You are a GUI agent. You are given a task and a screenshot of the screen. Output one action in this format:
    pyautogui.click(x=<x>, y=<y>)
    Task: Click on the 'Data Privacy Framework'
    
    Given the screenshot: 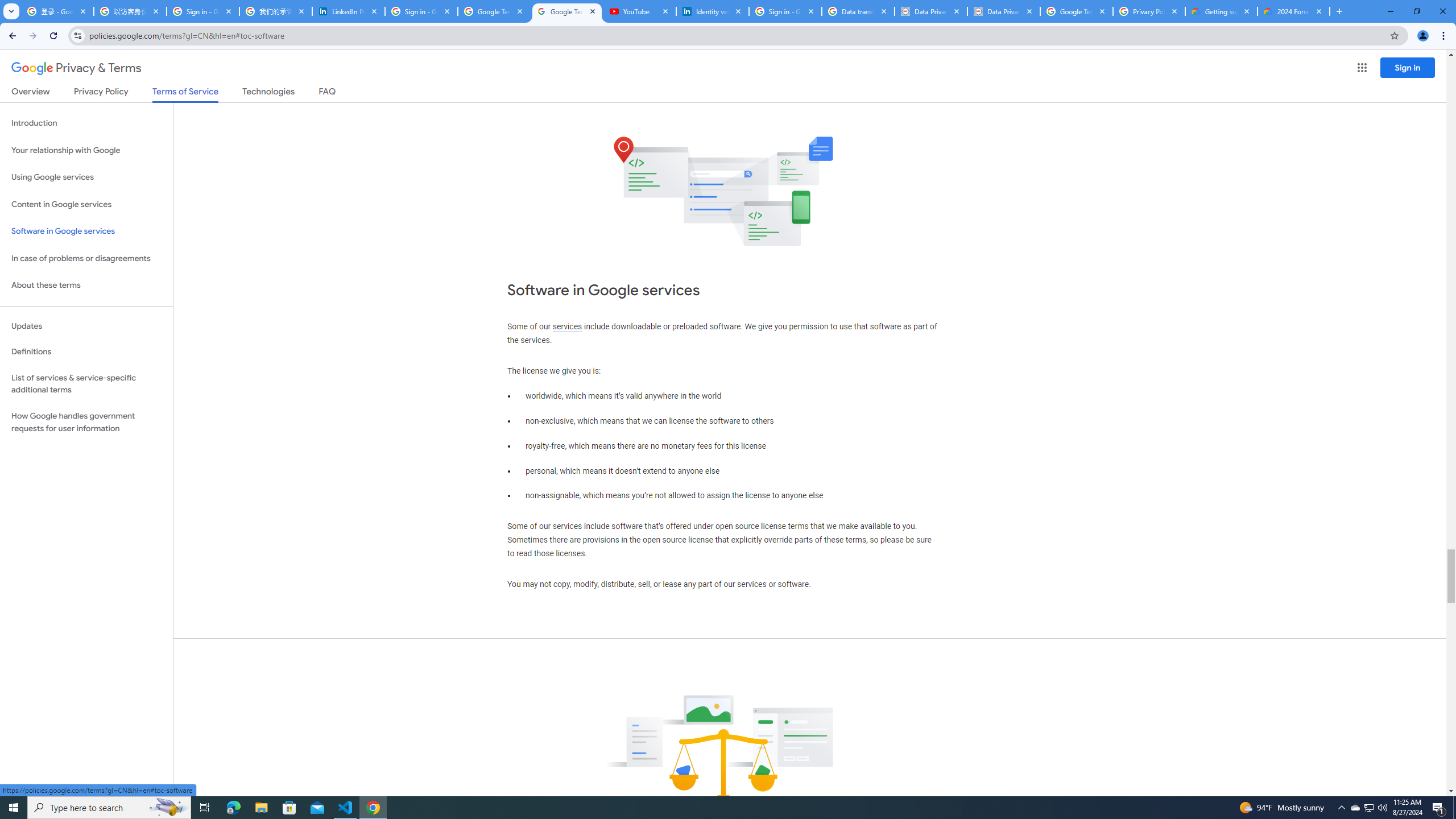 What is the action you would take?
    pyautogui.click(x=930, y=11)
    